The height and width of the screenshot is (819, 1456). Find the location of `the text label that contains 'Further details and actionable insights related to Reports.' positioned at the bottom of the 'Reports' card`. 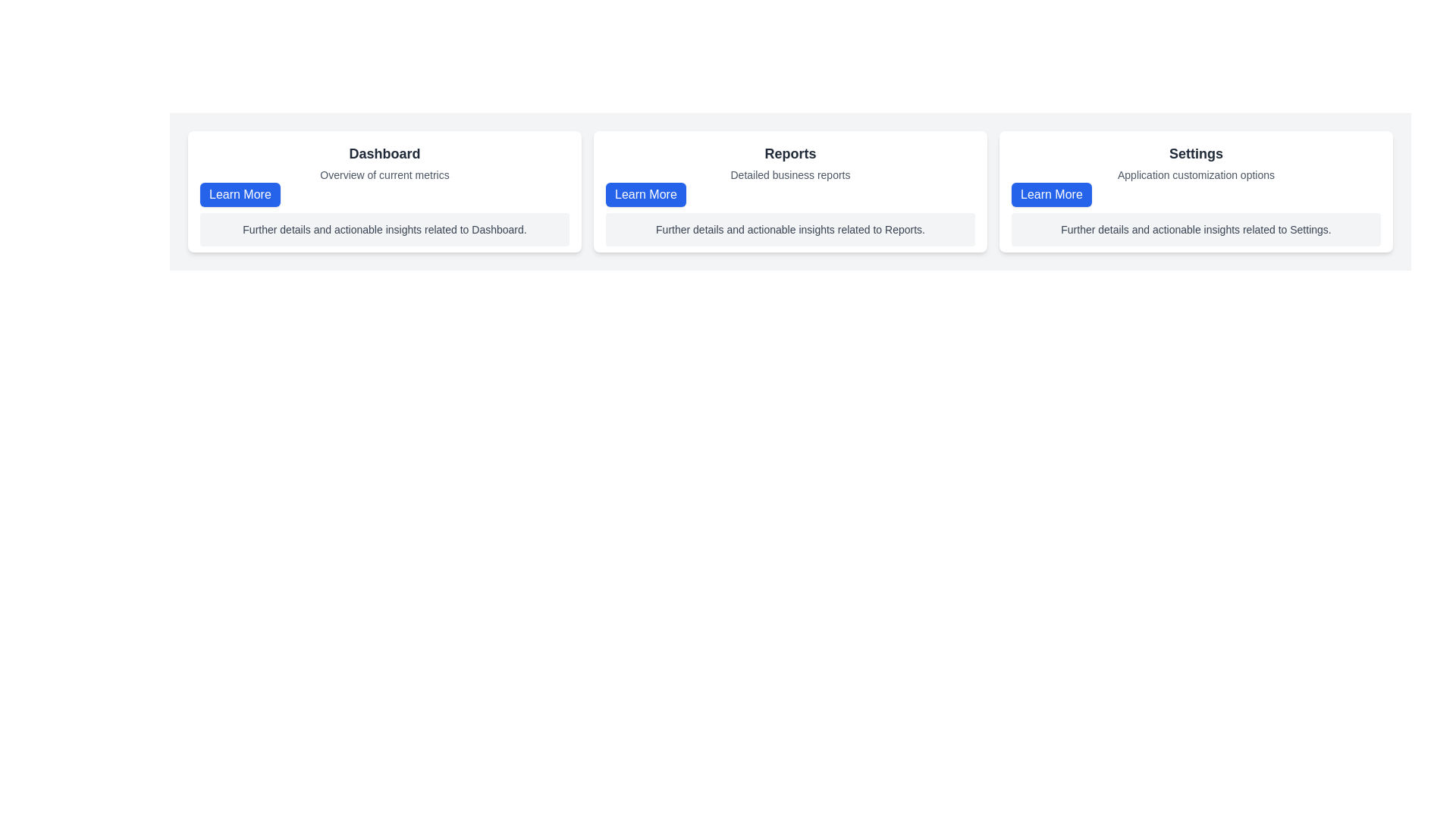

the text label that contains 'Further details and actionable insights related to Reports.' positioned at the bottom of the 'Reports' card is located at coordinates (789, 230).